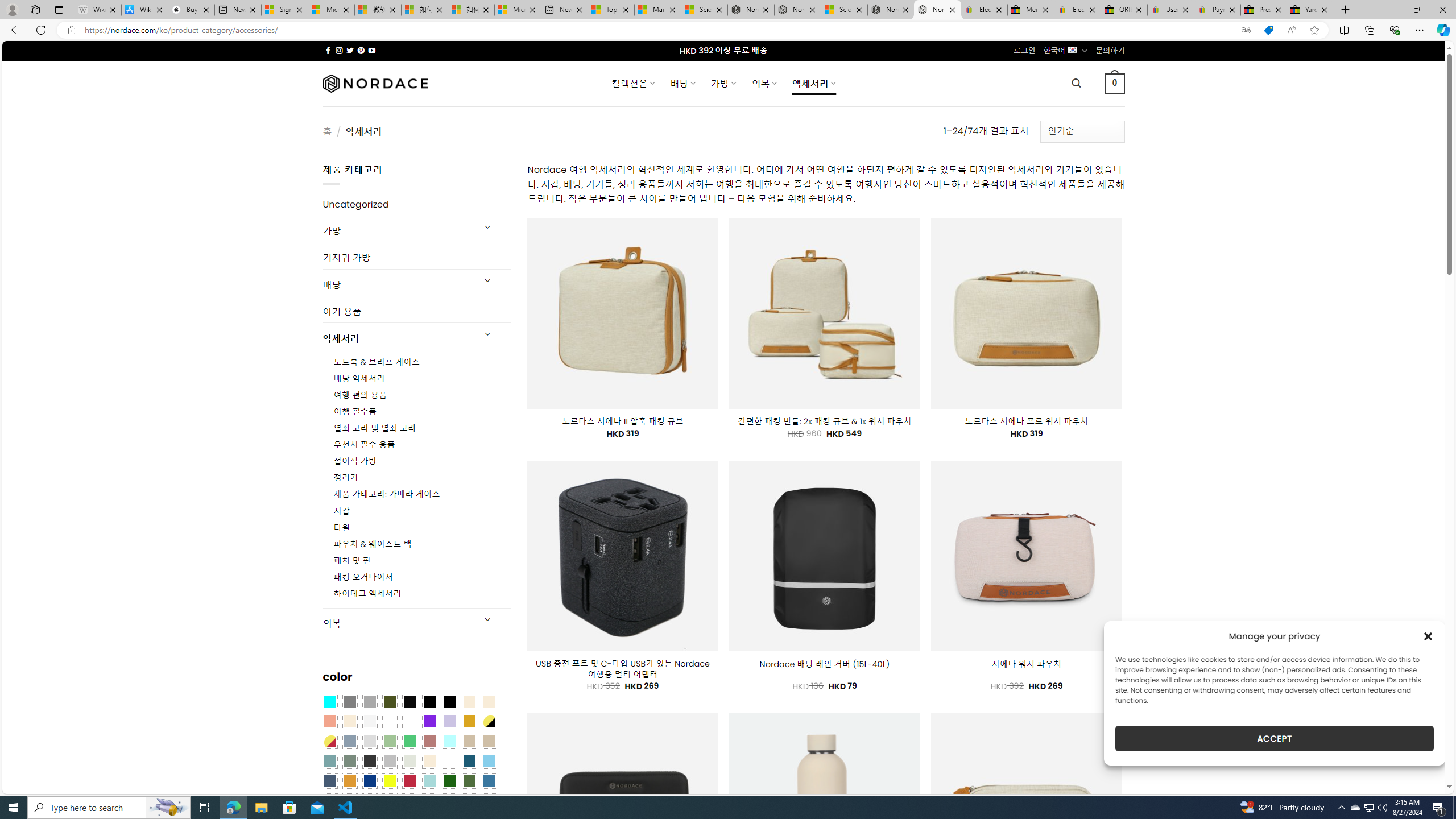  Describe the element at coordinates (610, 9) in the screenshot. I see `'Top Stories - MSN'` at that location.